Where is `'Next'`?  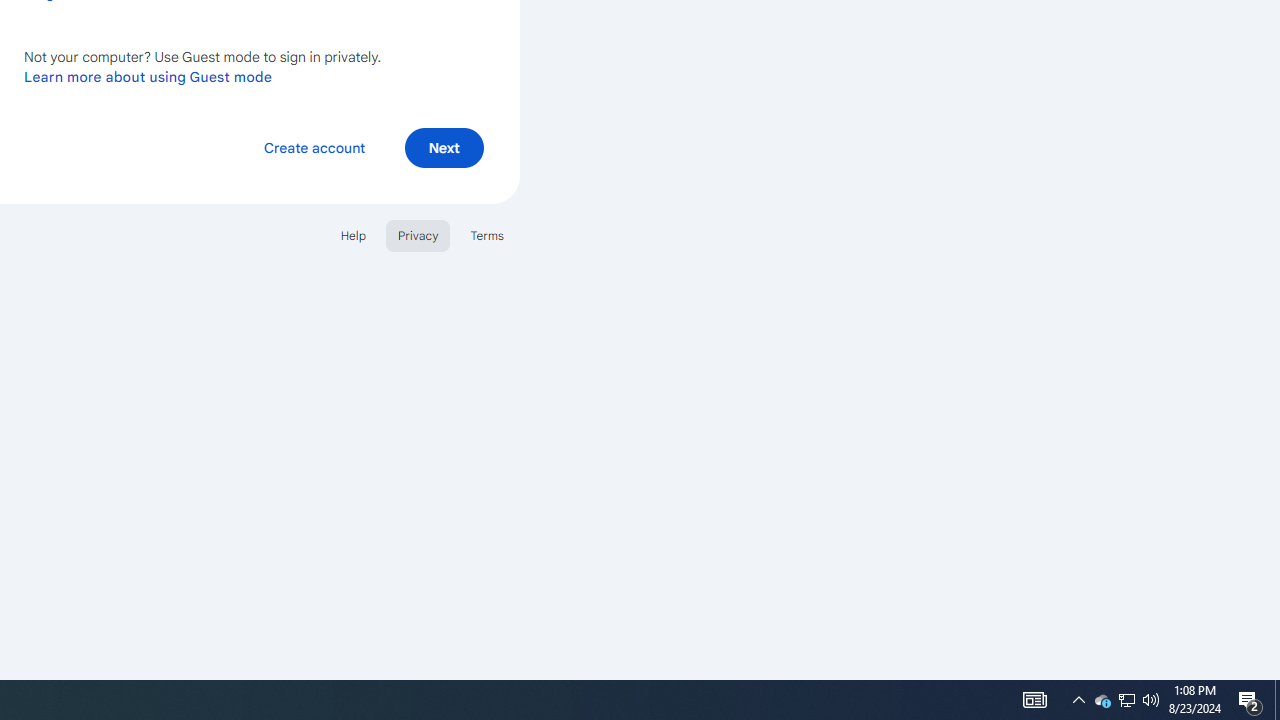
'Next' is located at coordinates (443, 146).